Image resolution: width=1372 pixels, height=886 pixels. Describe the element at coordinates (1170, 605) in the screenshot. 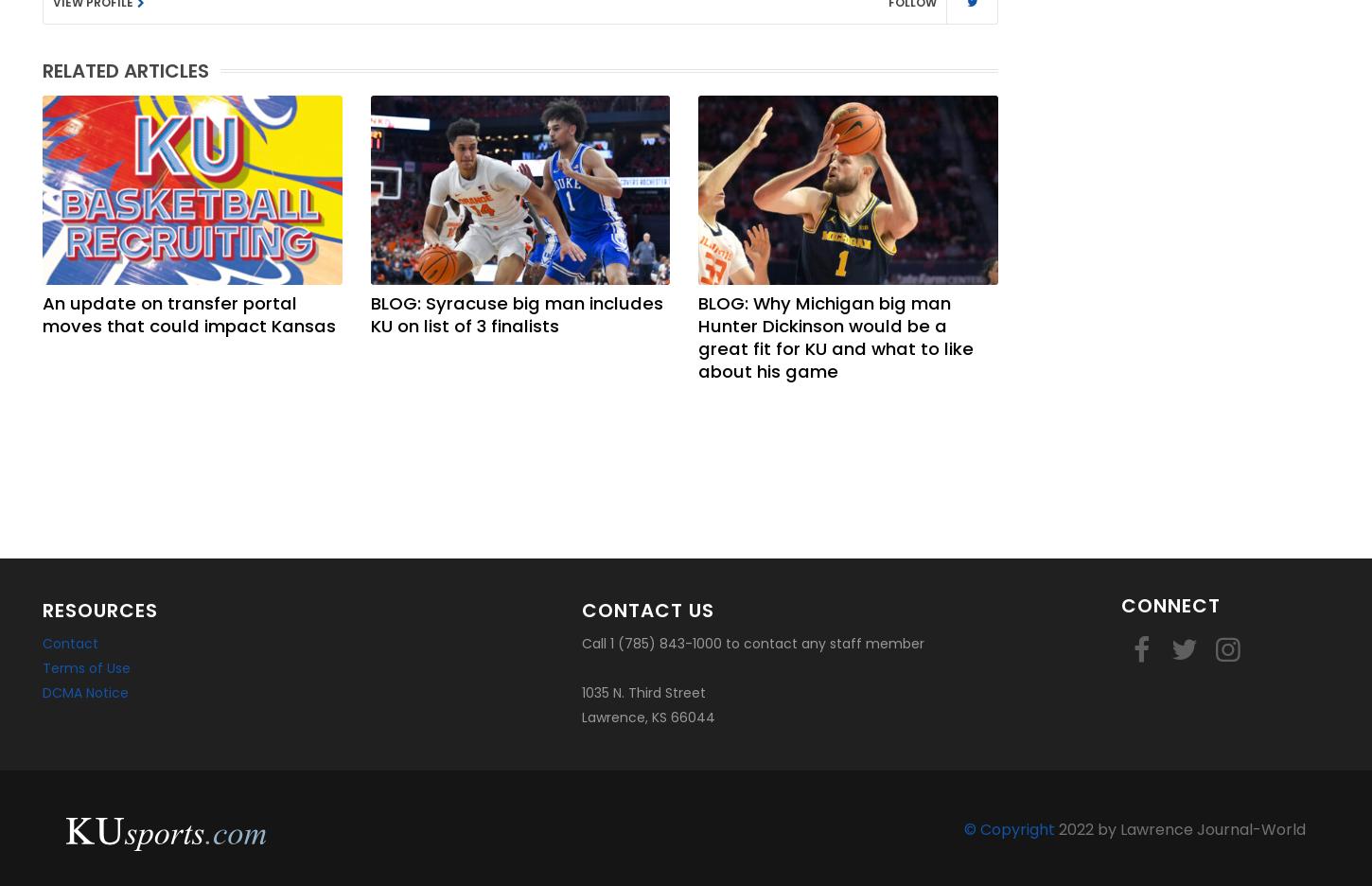

I see `'CONNECT'` at that location.